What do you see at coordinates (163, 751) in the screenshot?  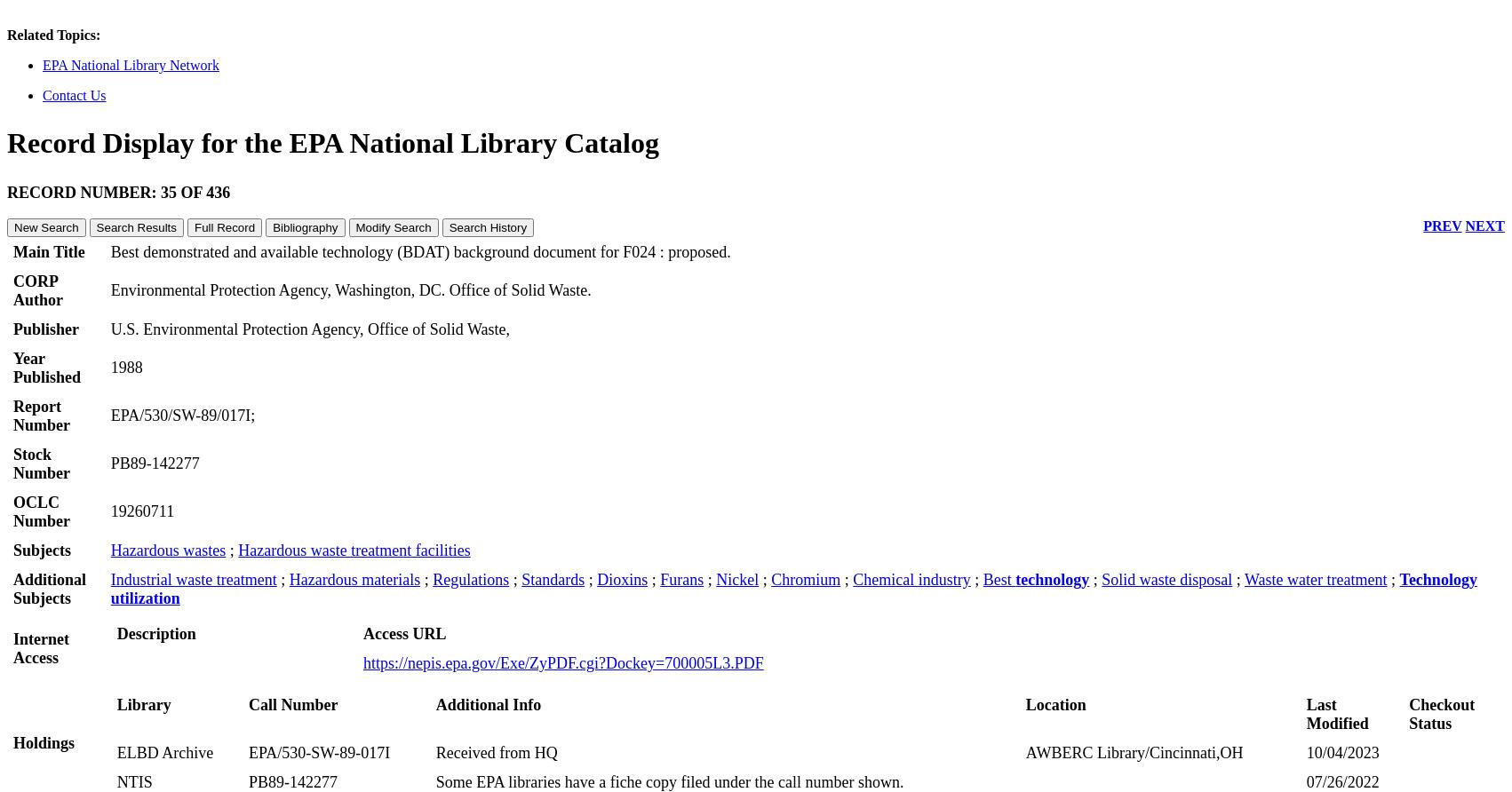 I see `'ELBD Archive'` at bounding box center [163, 751].